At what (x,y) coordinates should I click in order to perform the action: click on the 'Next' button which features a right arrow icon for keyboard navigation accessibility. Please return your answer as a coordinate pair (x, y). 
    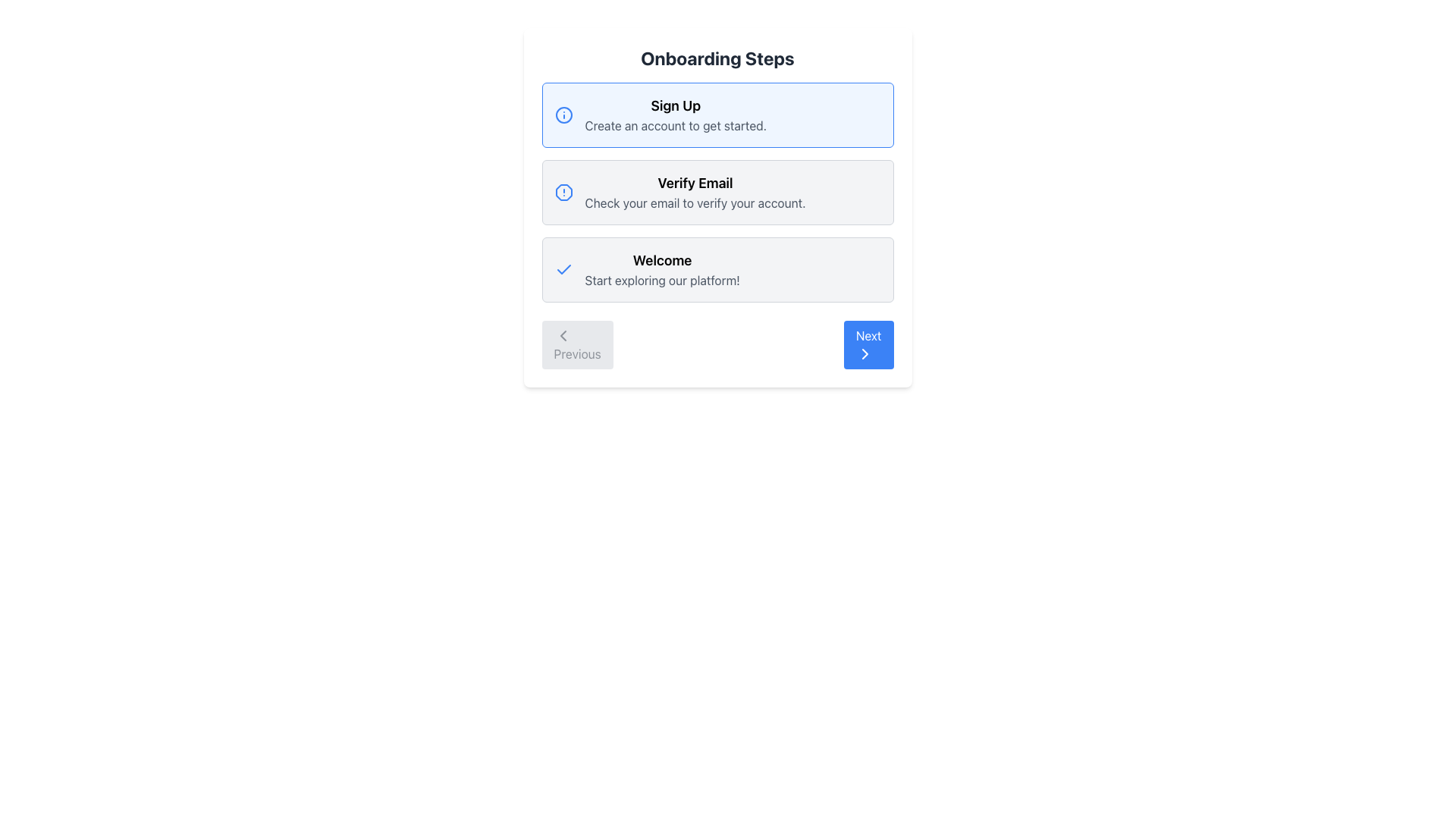
    Looking at the image, I should click on (864, 353).